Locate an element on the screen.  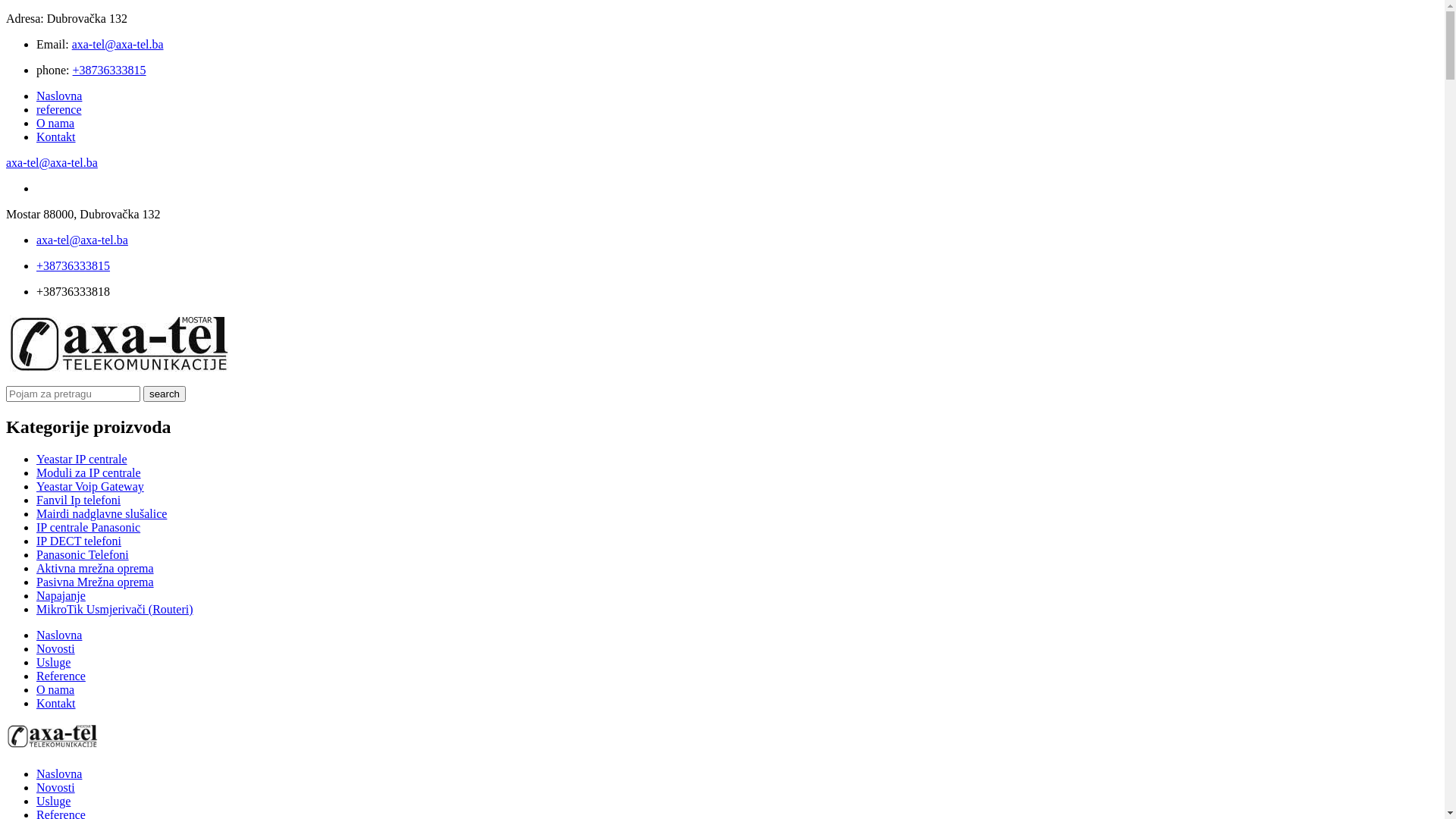
'axa-tel@axa-tel.ba' is located at coordinates (117, 43).